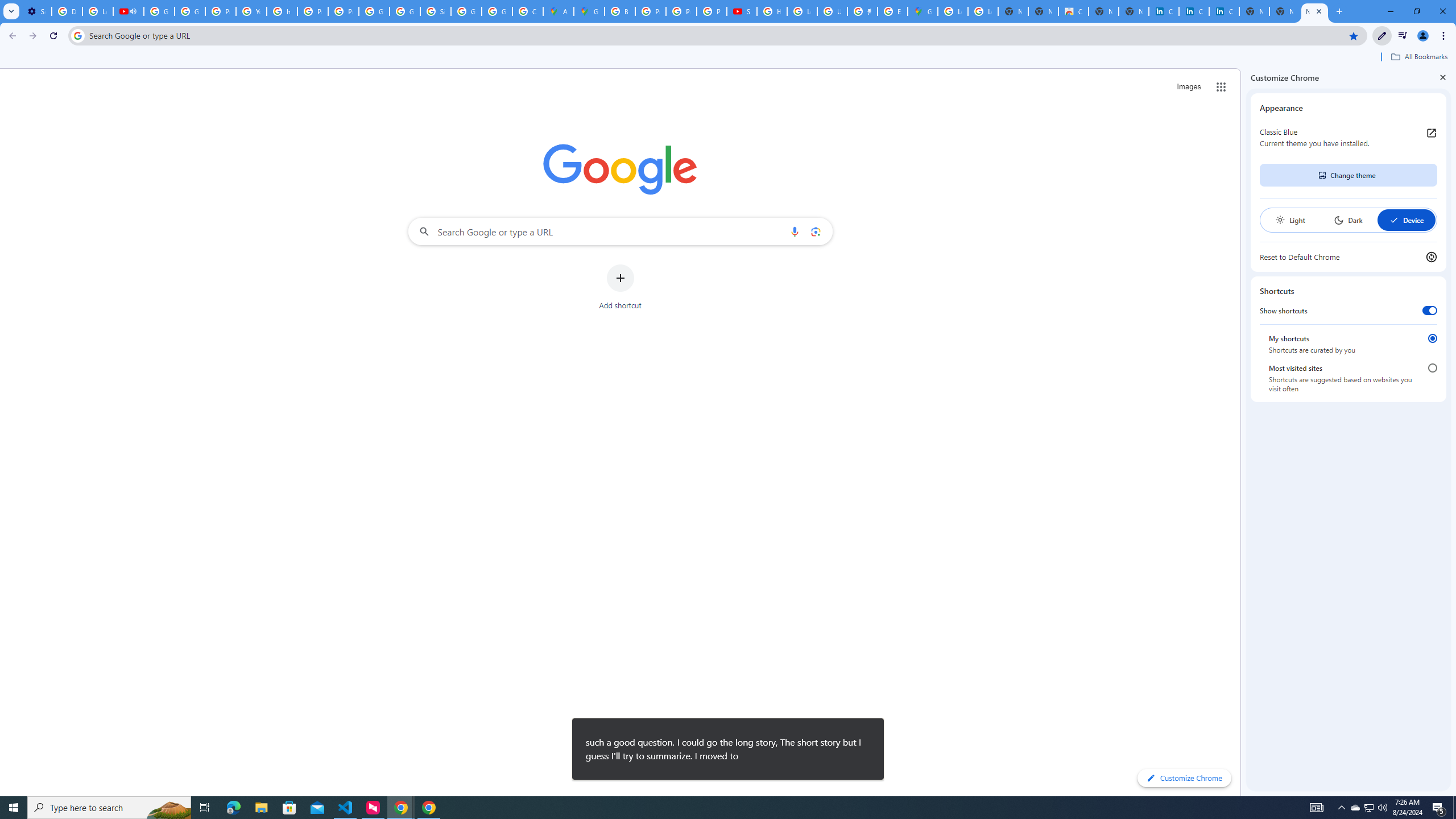  What do you see at coordinates (1224, 11) in the screenshot?
I see `'Copyright Policy'` at bounding box center [1224, 11].